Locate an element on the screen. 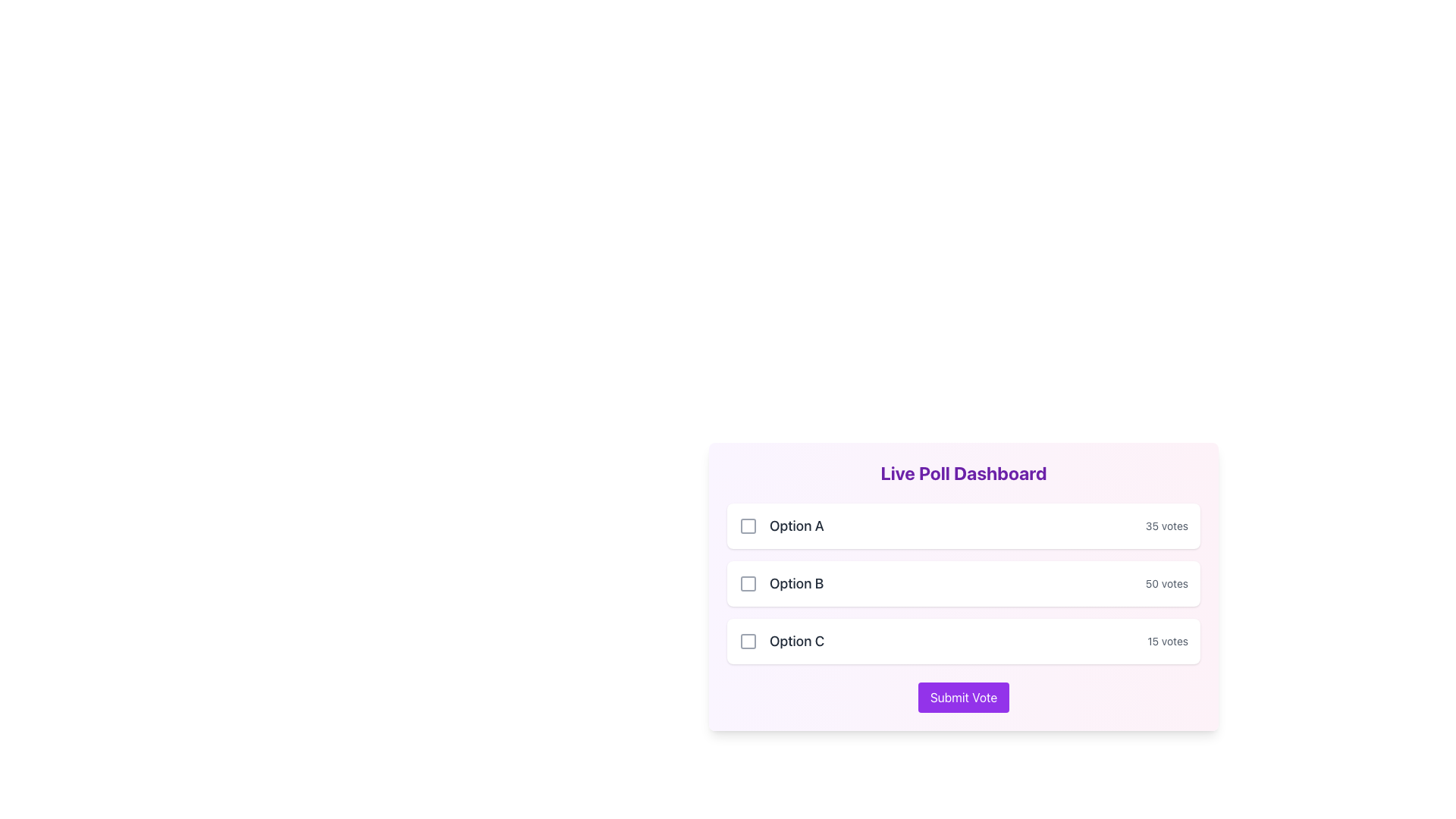 The image size is (1456, 819). the checkbox styled in gray tone located to the left of the text label 'Option A' is located at coordinates (748, 526).